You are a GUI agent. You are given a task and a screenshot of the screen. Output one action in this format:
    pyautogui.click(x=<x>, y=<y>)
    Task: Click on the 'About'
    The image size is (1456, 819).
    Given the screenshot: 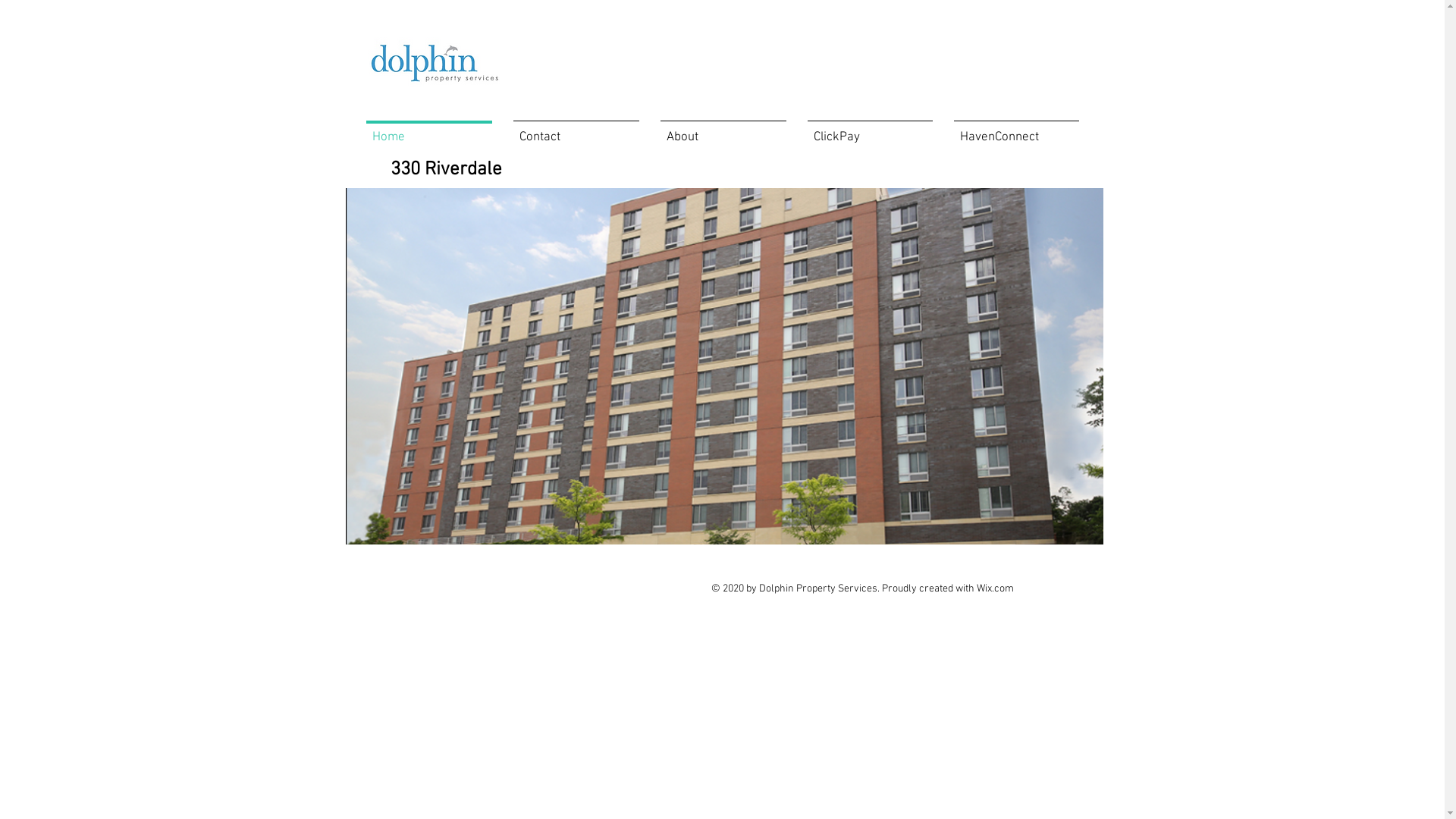 What is the action you would take?
    pyautogui.click(x=648, y=130)
    